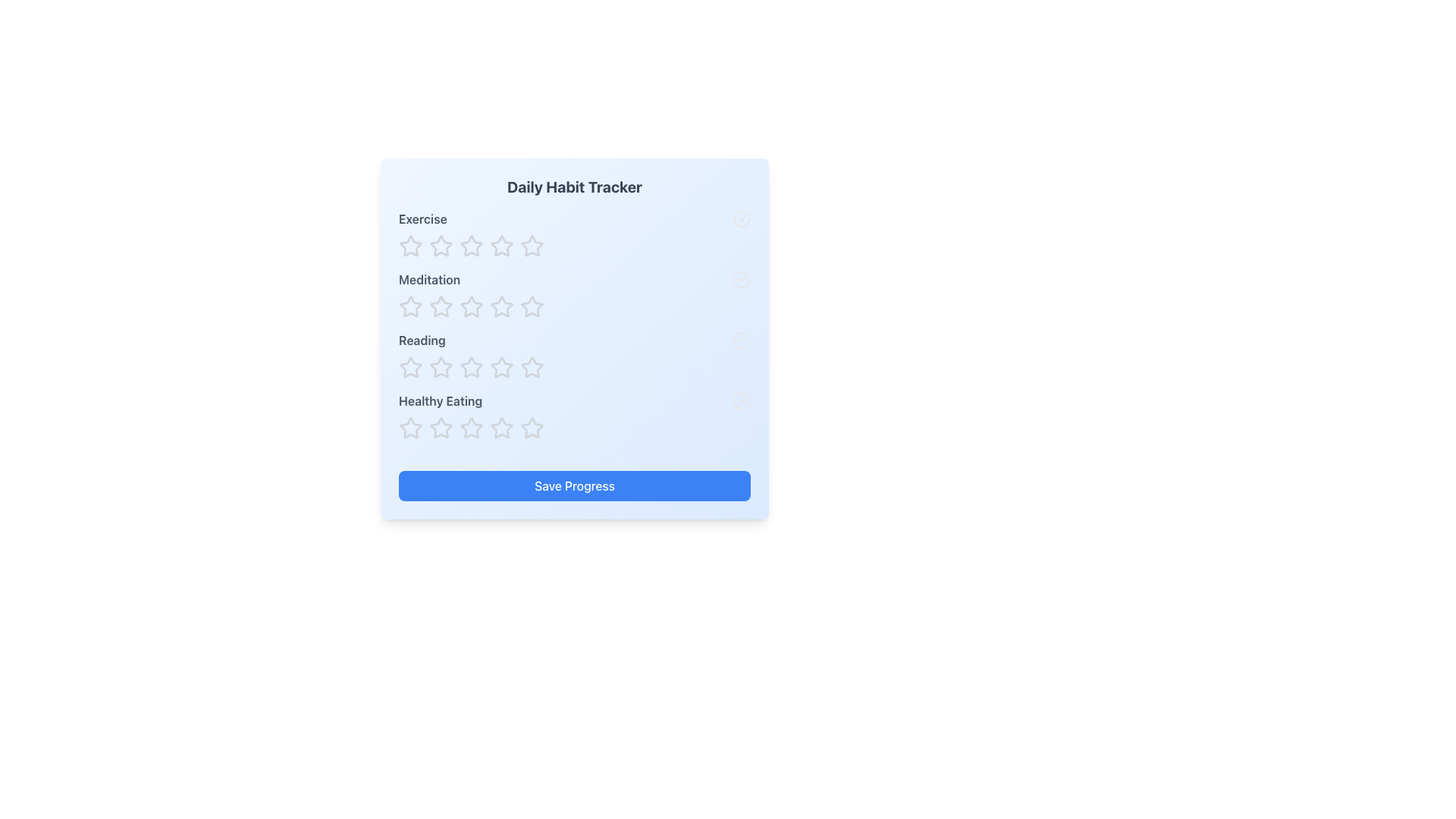 This screenshot has width=1456, height=819. Describe the element at coordinates (411, 428) in the screenshot. I see `the first star icon in the 'Healthy Eating' row of the Daily Habit Tracker to trigger the scaling hover effect` at that location.